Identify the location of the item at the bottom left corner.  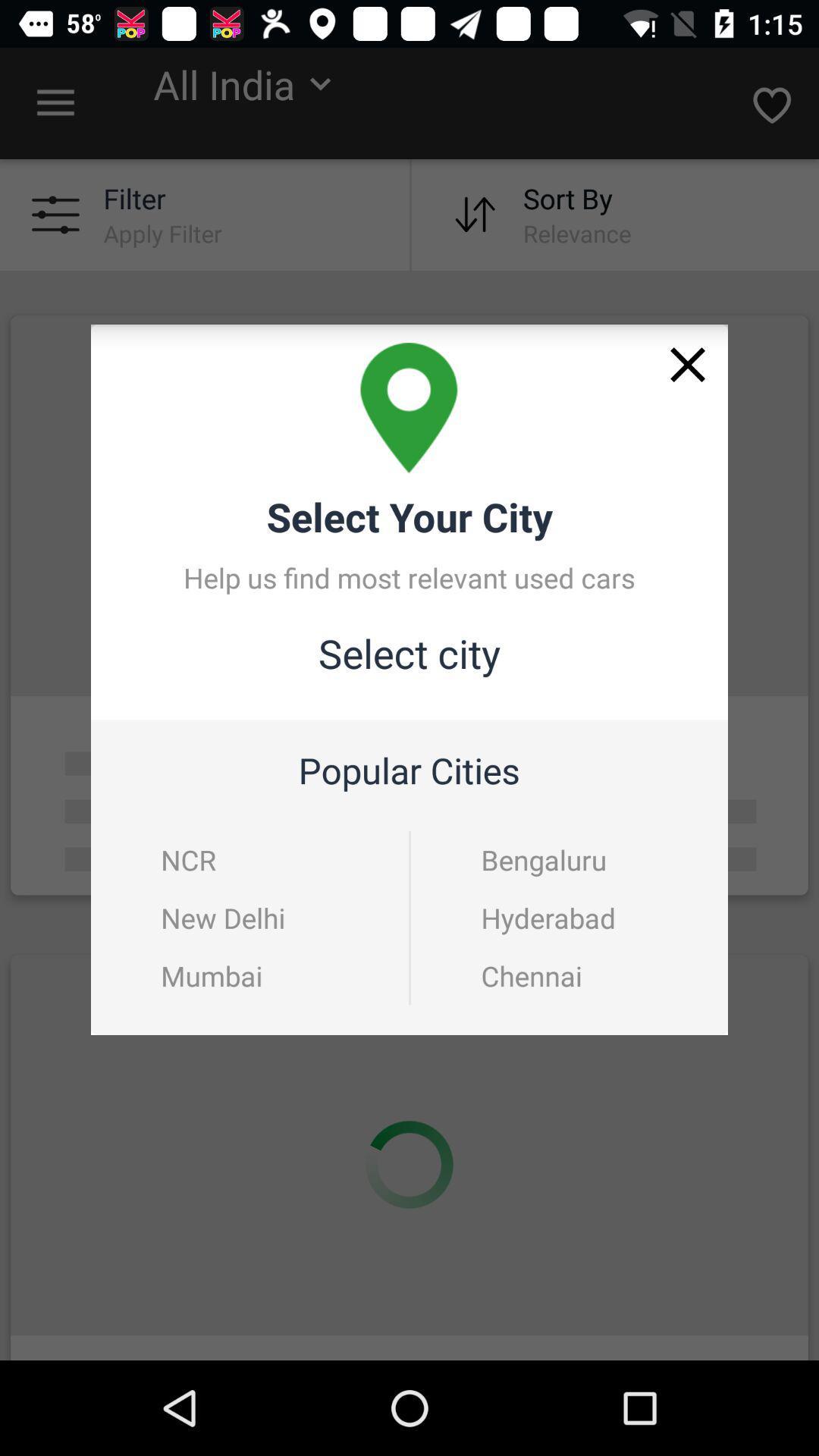
(212, 975).